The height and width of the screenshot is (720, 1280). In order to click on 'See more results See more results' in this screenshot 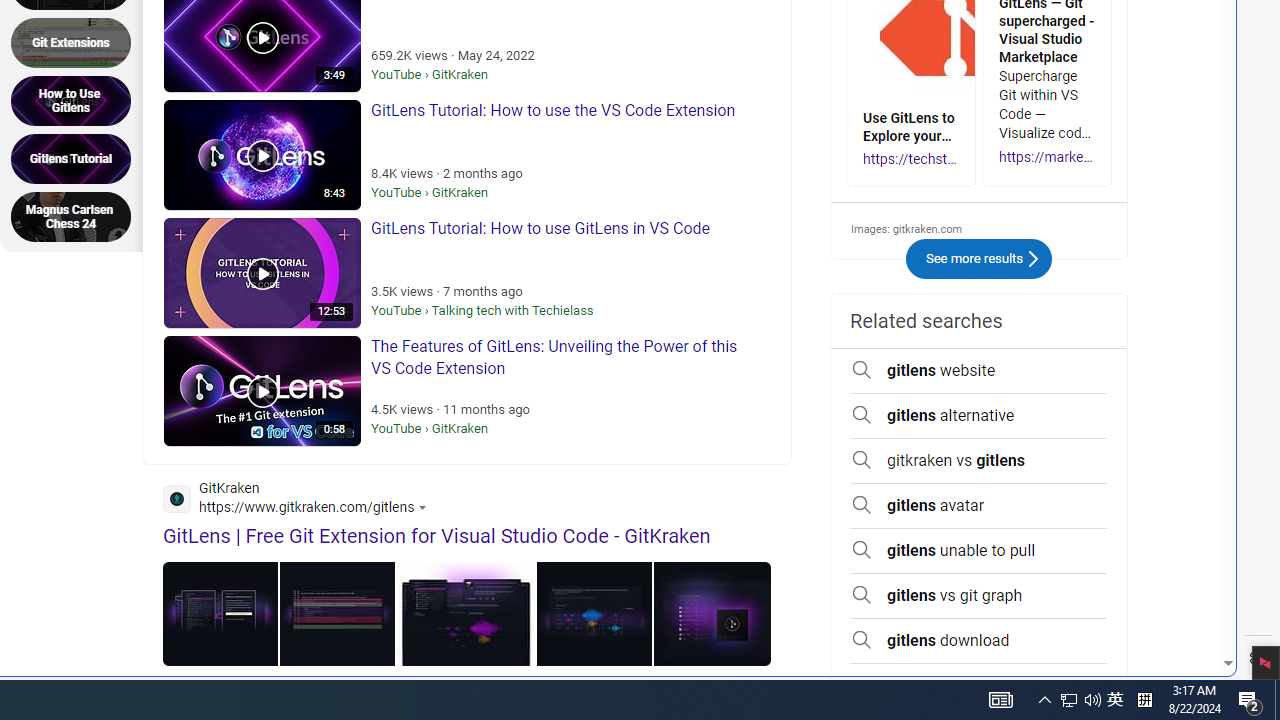, I will do `click(979, 258)`.